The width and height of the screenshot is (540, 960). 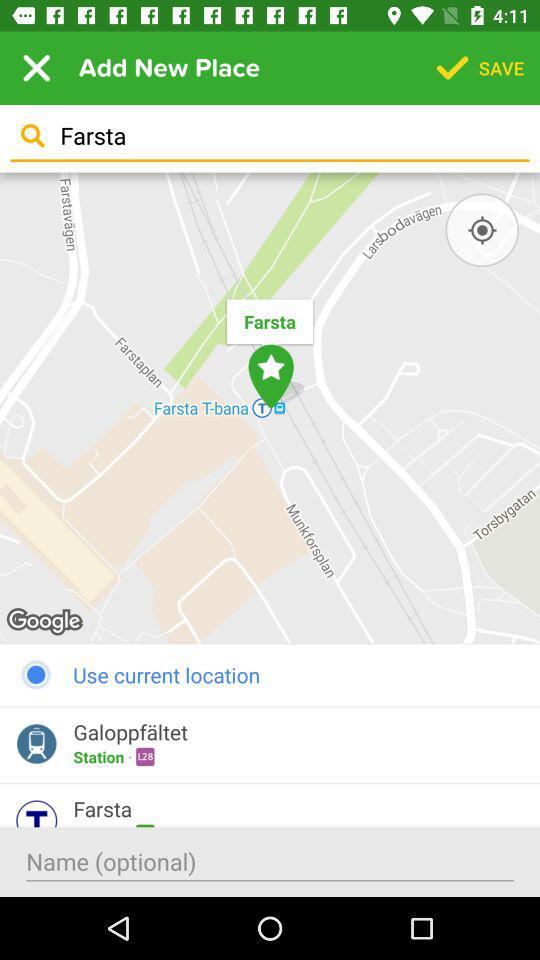 What do you see at coordinates (270, 407) in the screenshot?
I see `icon above the use current location icon` at bounding box center [270, 407].